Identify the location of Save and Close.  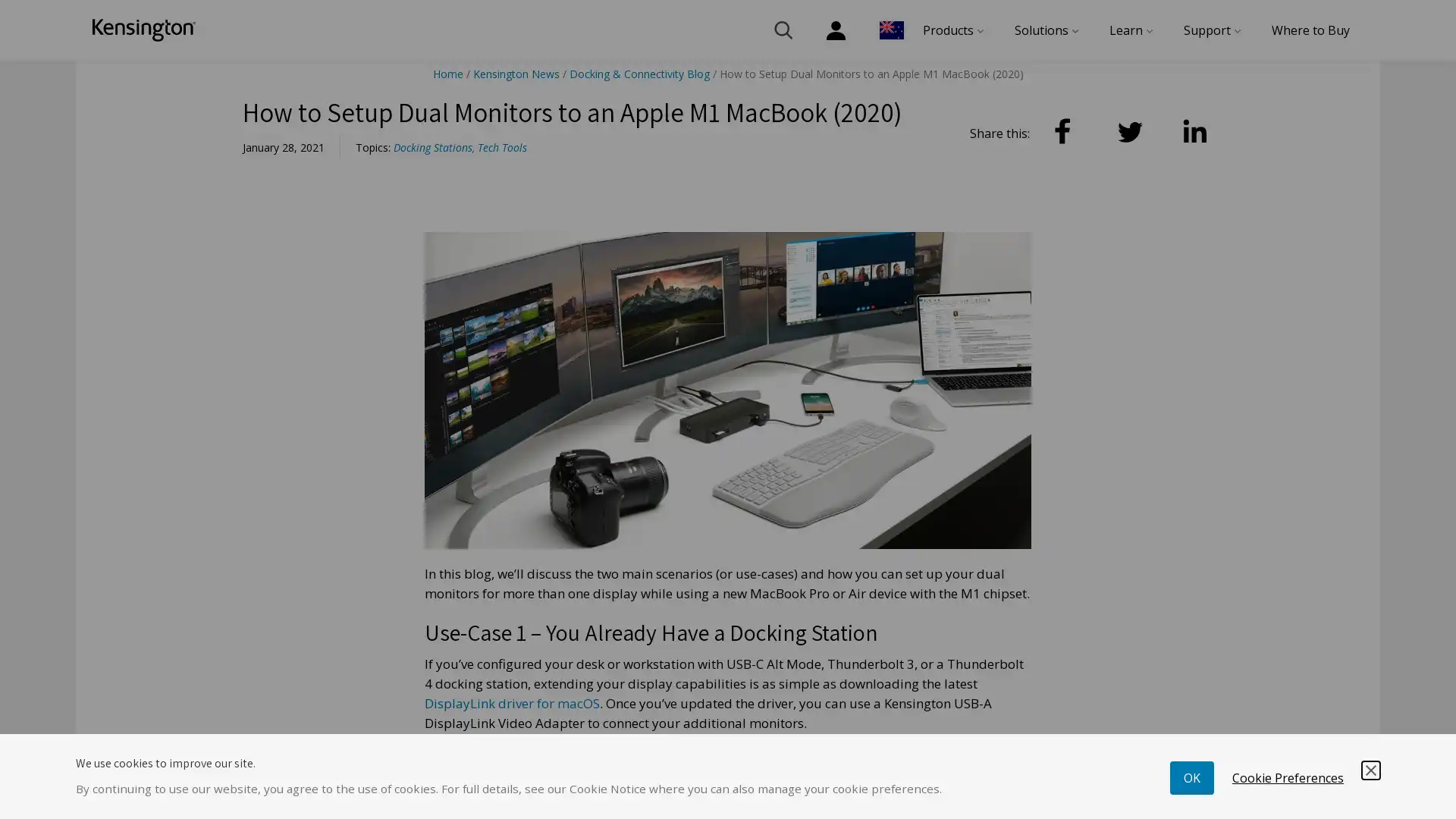
(1371, 770).